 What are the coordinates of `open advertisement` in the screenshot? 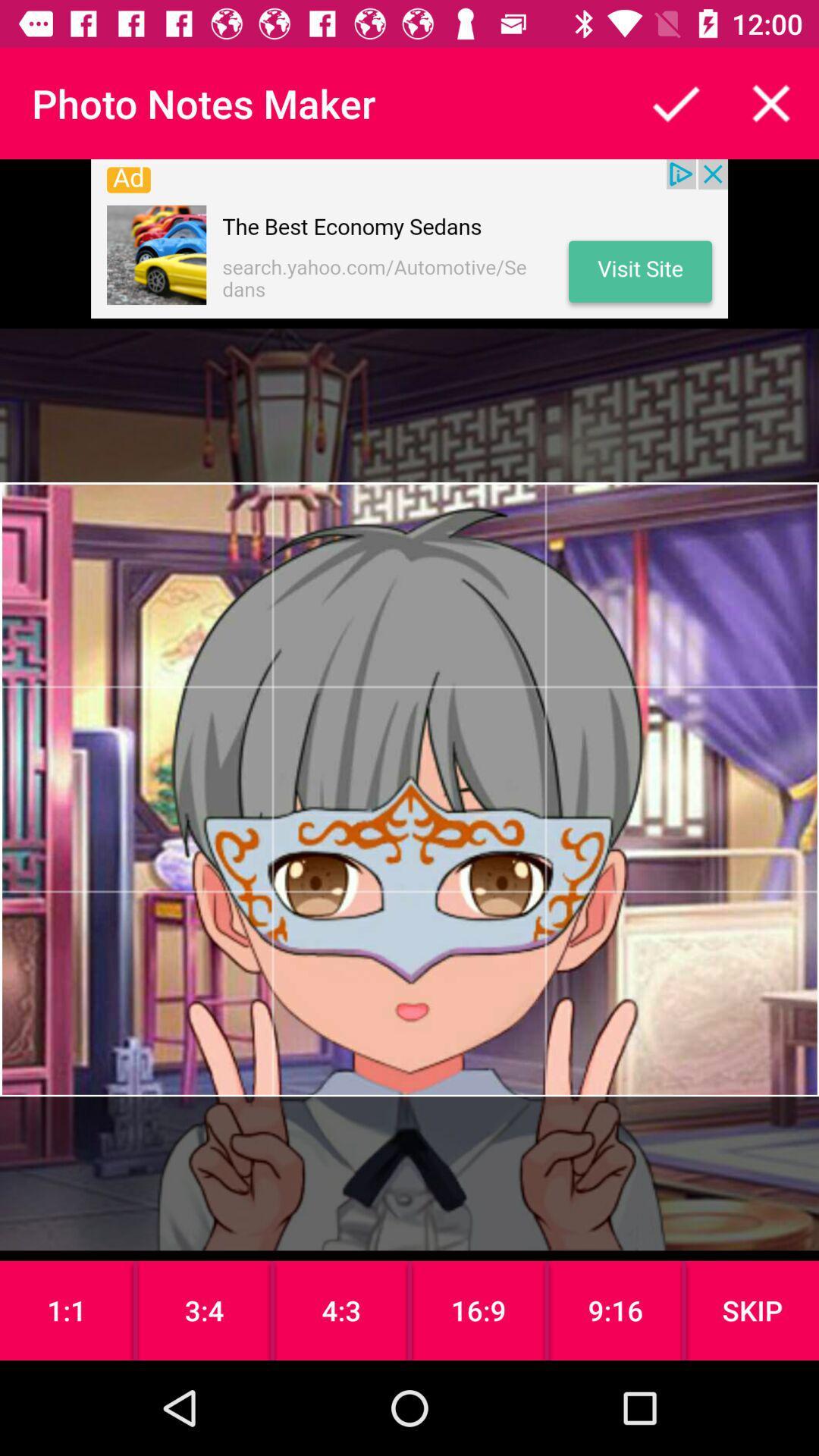 It's located at (409, 238).